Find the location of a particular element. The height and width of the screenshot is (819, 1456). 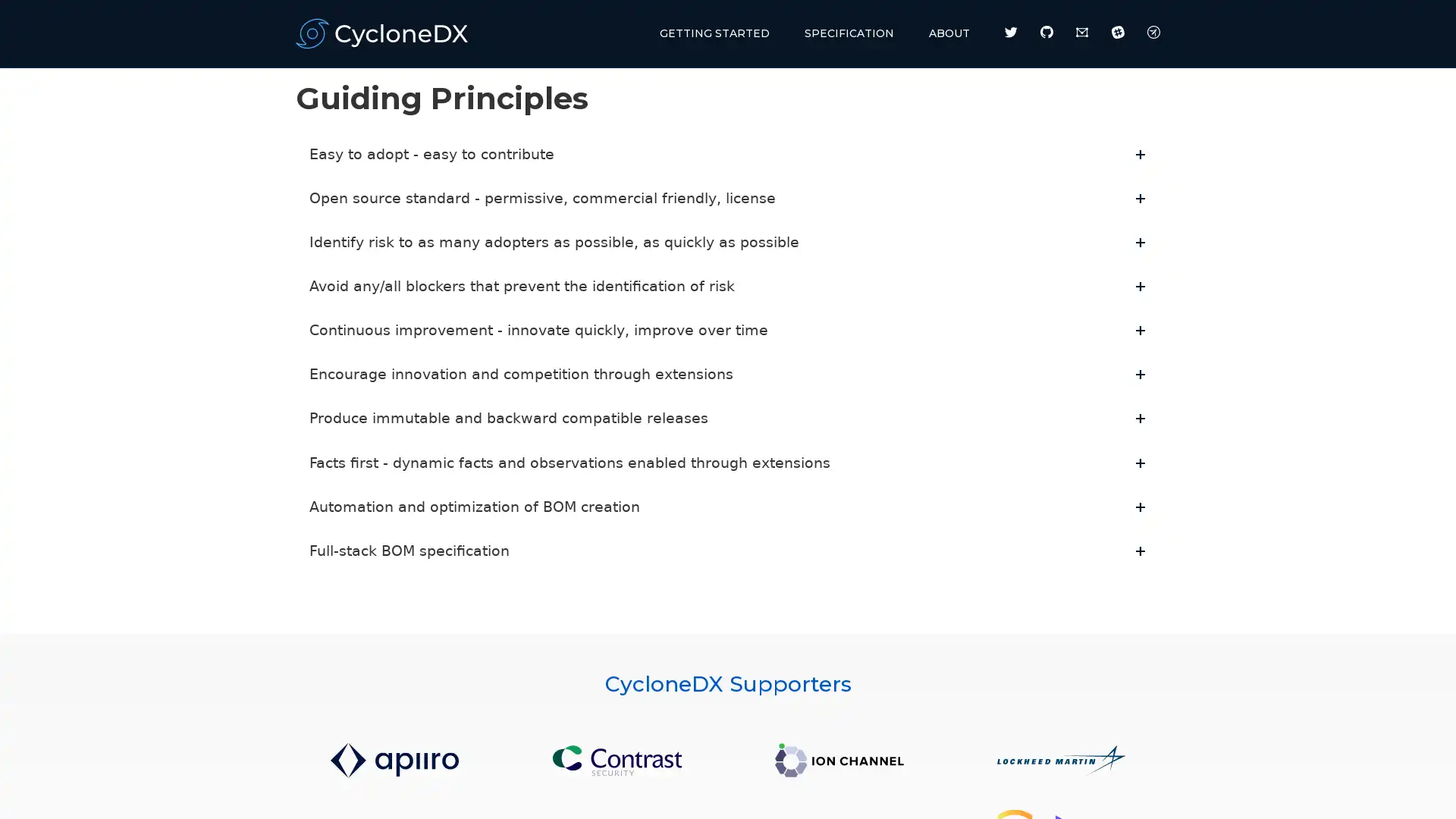

Open source standard - permissive, commercial friendly, license + is located at coordinates (728, 198).